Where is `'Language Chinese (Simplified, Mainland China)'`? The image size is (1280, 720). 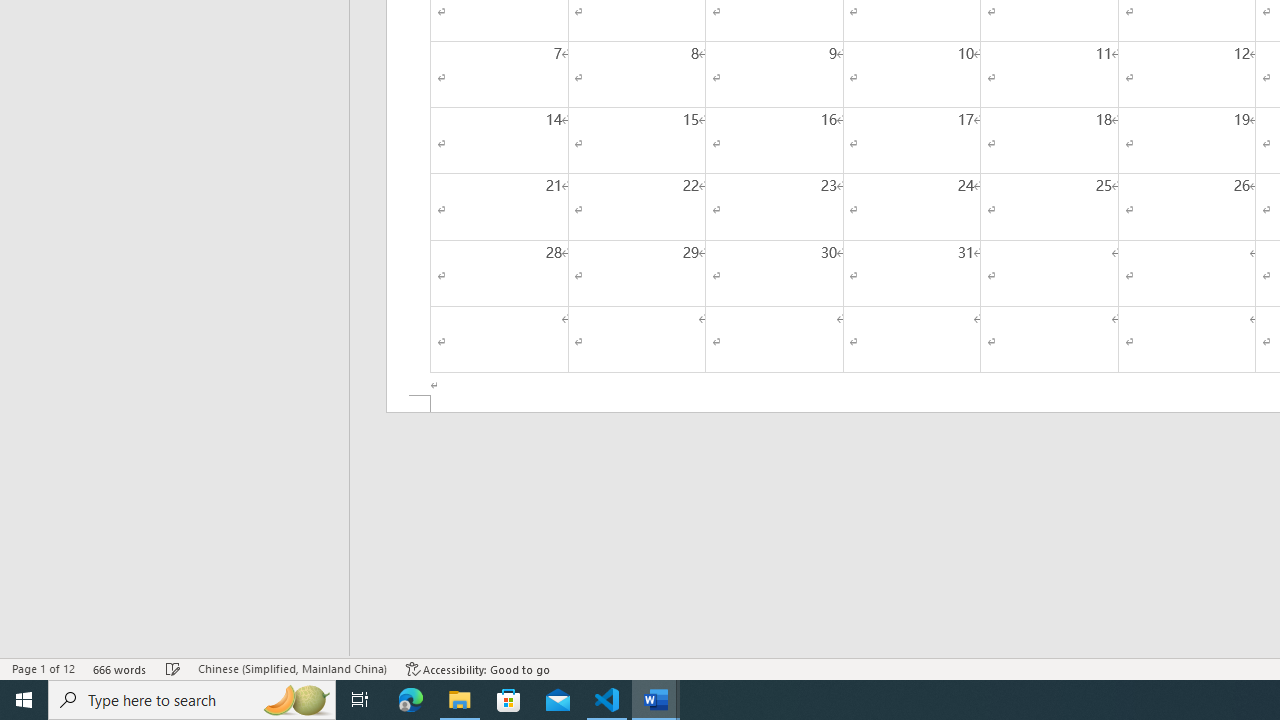
'Language Chinese (Simplified, Mainland China)' is located at coordinates (291, 669).